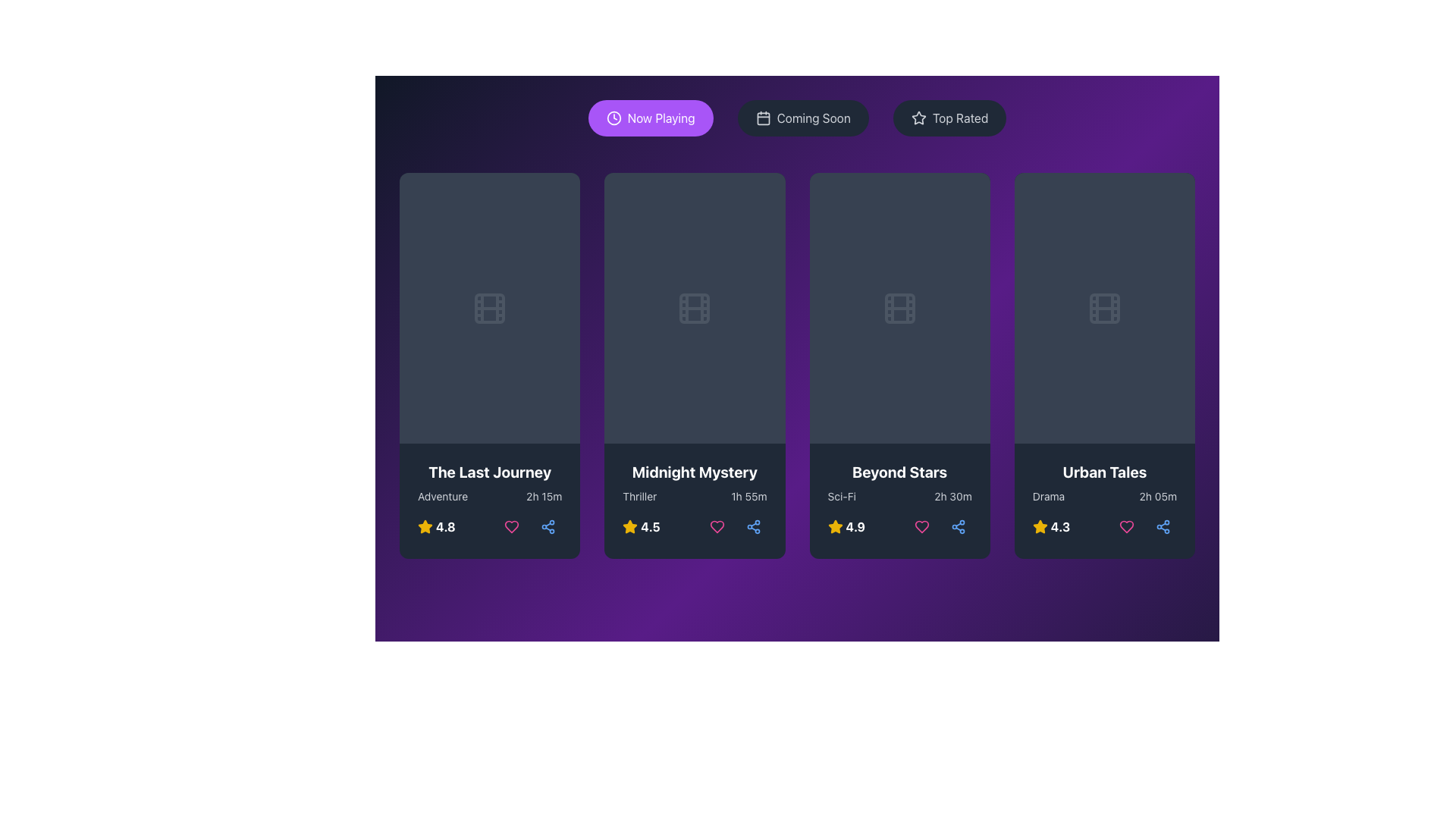 Image resolution: width=1456 pixels, height=819 pixels. What do you see at coordinates (748, 497) in the screenshot?
I see `static text label displaying '1h 55m' located in the bottom portion of the 'Midnight Mystery' movie card, adjacent to the 'Thriller' genre label` at bounding box center [748, 497].